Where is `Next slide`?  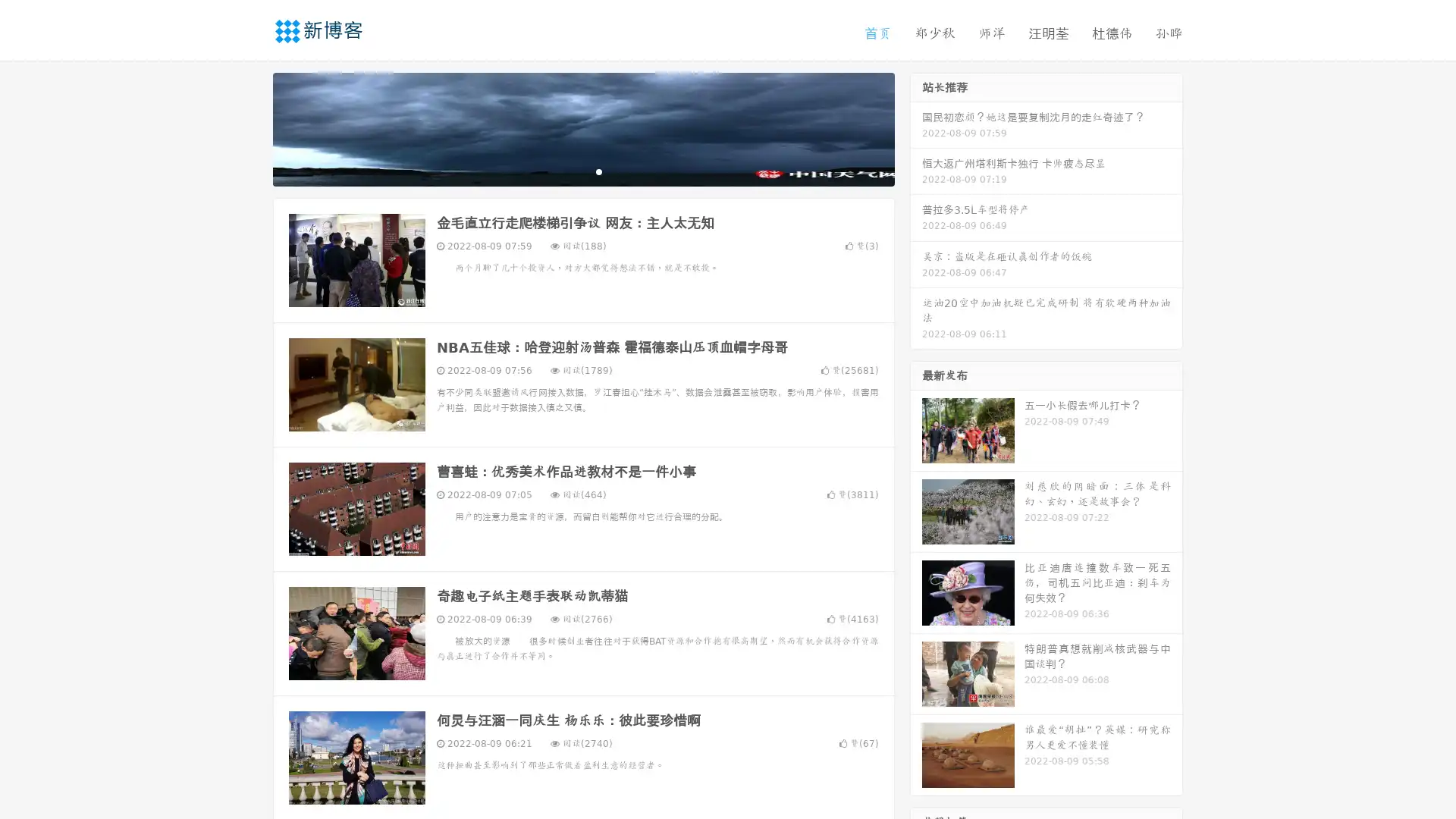
Next slide is located at coordinates (916, 127).